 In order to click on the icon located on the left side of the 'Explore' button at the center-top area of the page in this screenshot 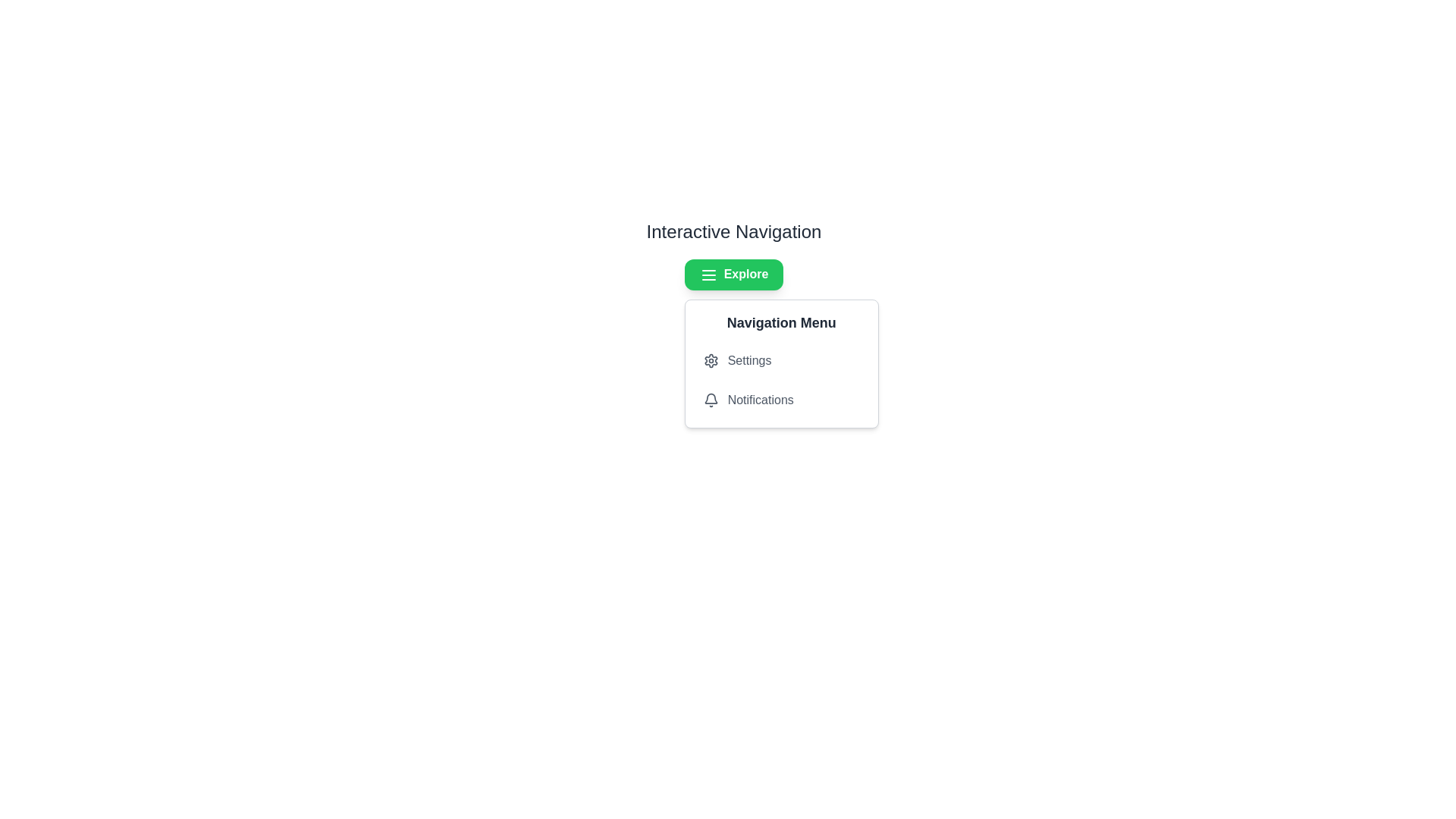, I will do `click(708, 275)`.